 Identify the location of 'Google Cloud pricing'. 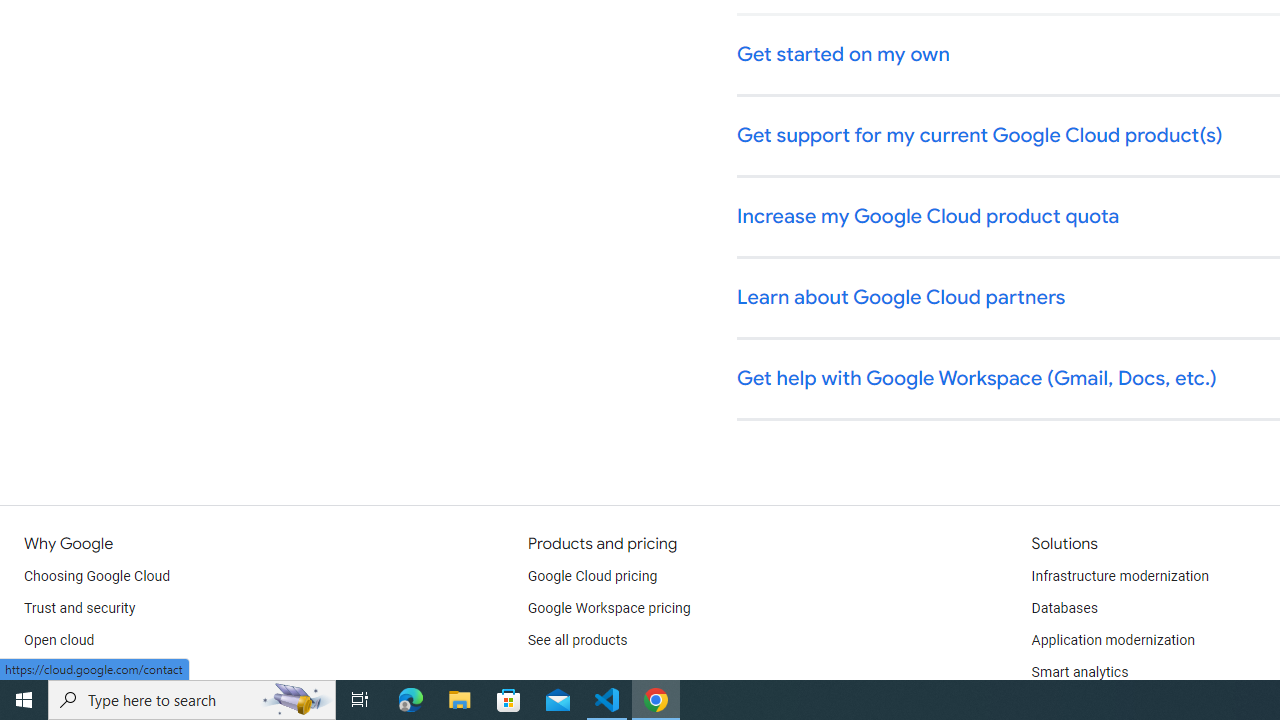
(591, 577).